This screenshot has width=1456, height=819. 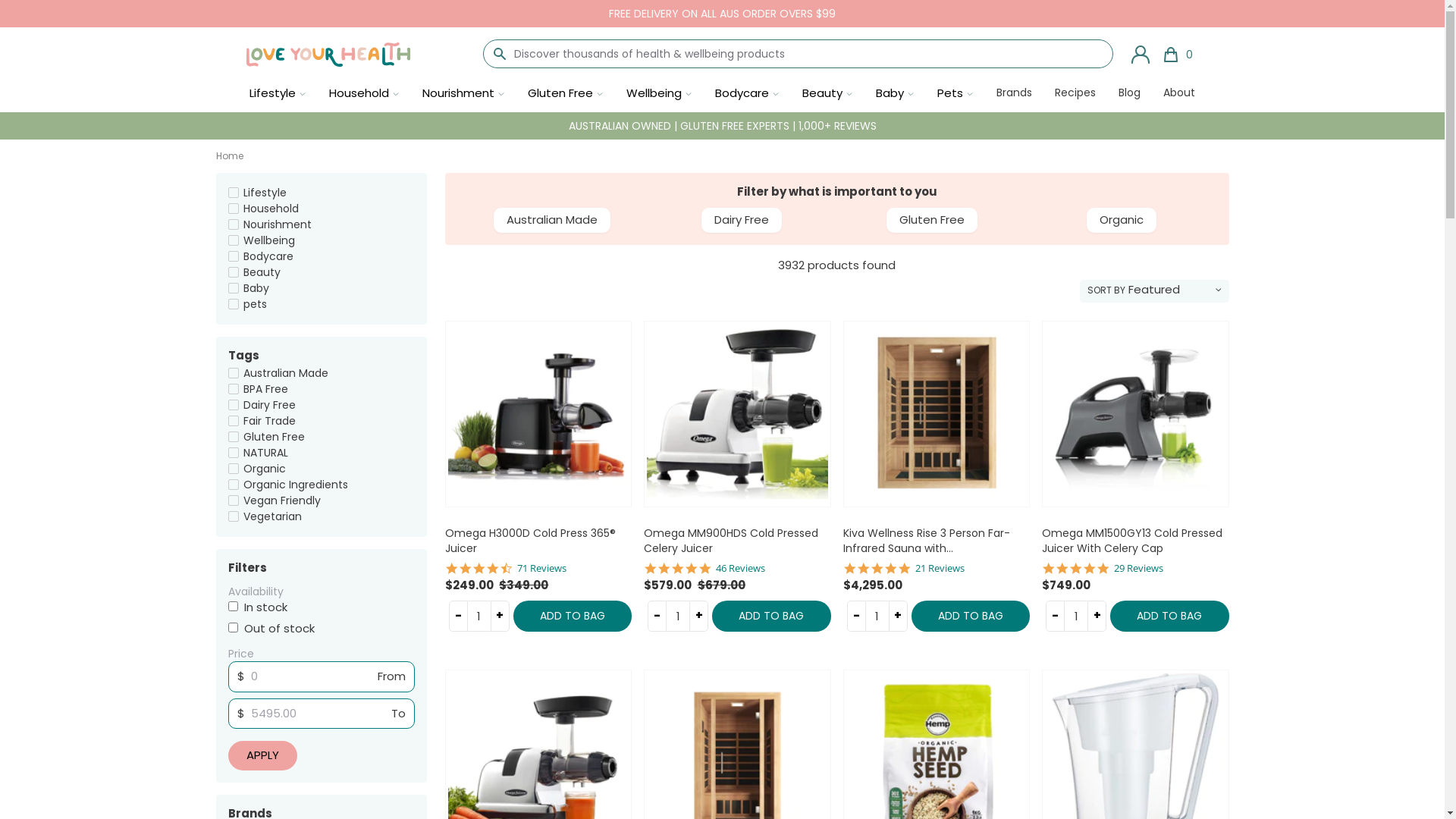 I want to click on '-', so click(x=457, y=616).